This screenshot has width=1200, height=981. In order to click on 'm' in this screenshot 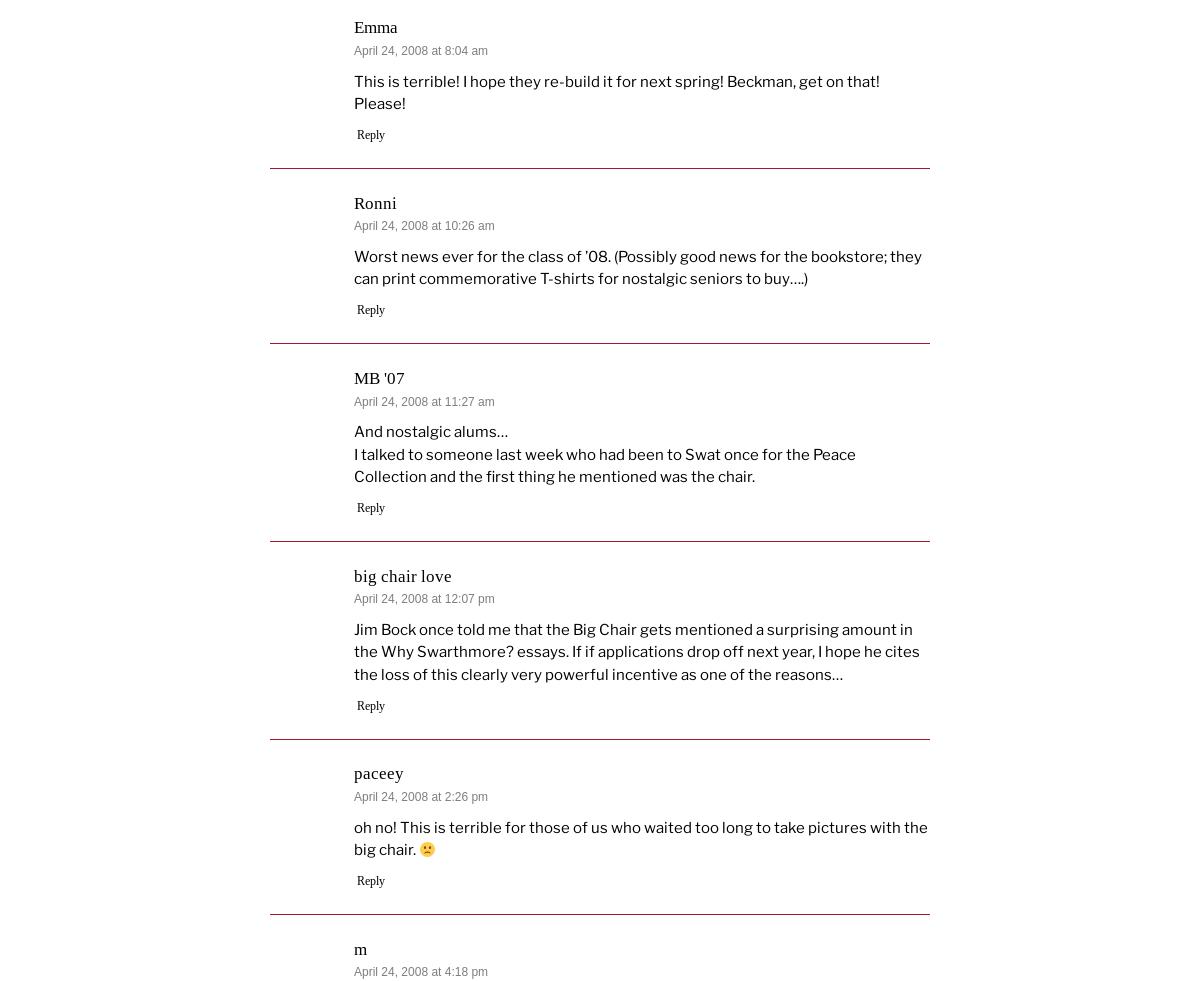, I will do `click(360, 948)`.